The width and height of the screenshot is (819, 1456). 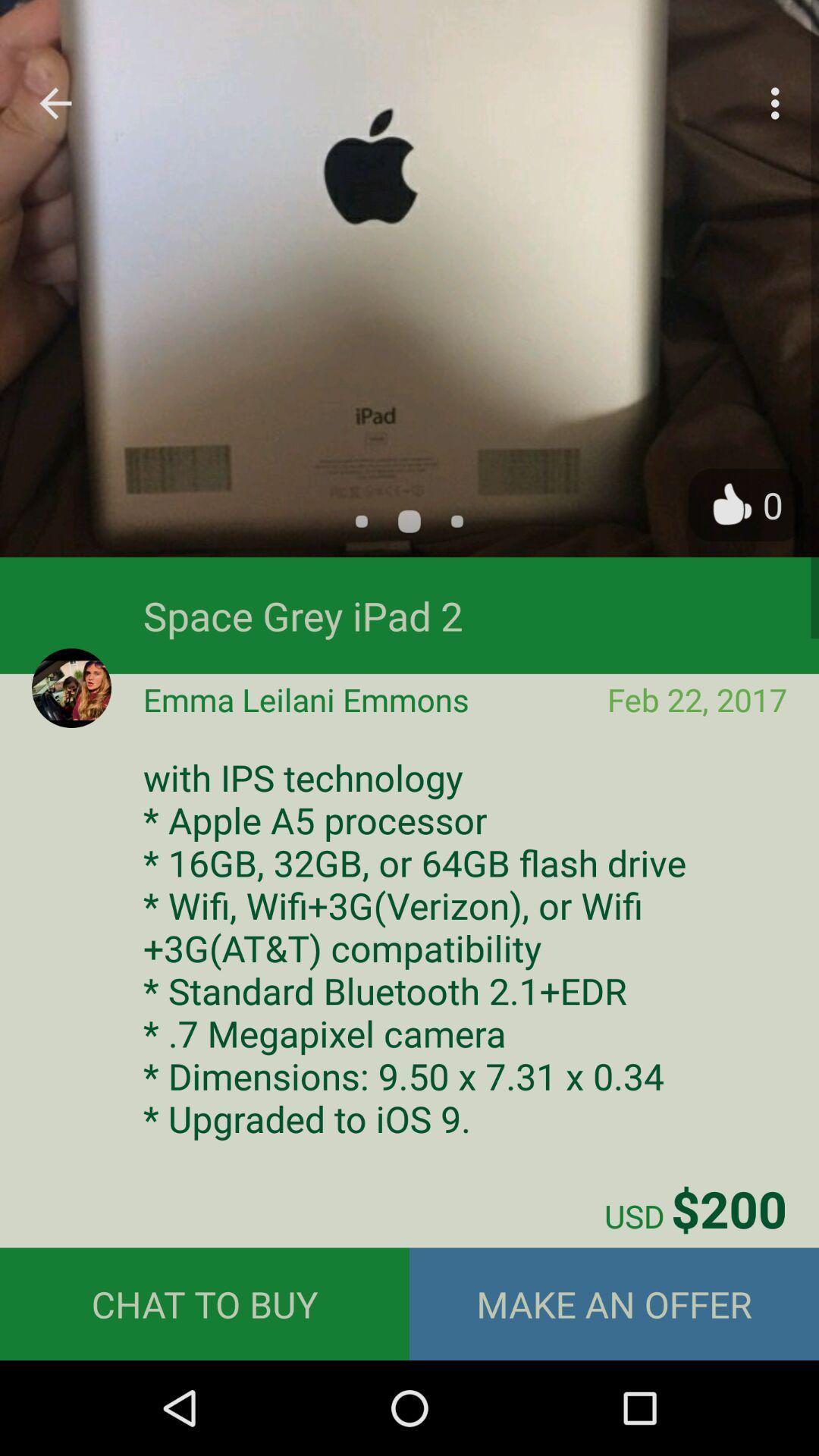 I want to click on the avatar icon, so click(x=71, y=687).